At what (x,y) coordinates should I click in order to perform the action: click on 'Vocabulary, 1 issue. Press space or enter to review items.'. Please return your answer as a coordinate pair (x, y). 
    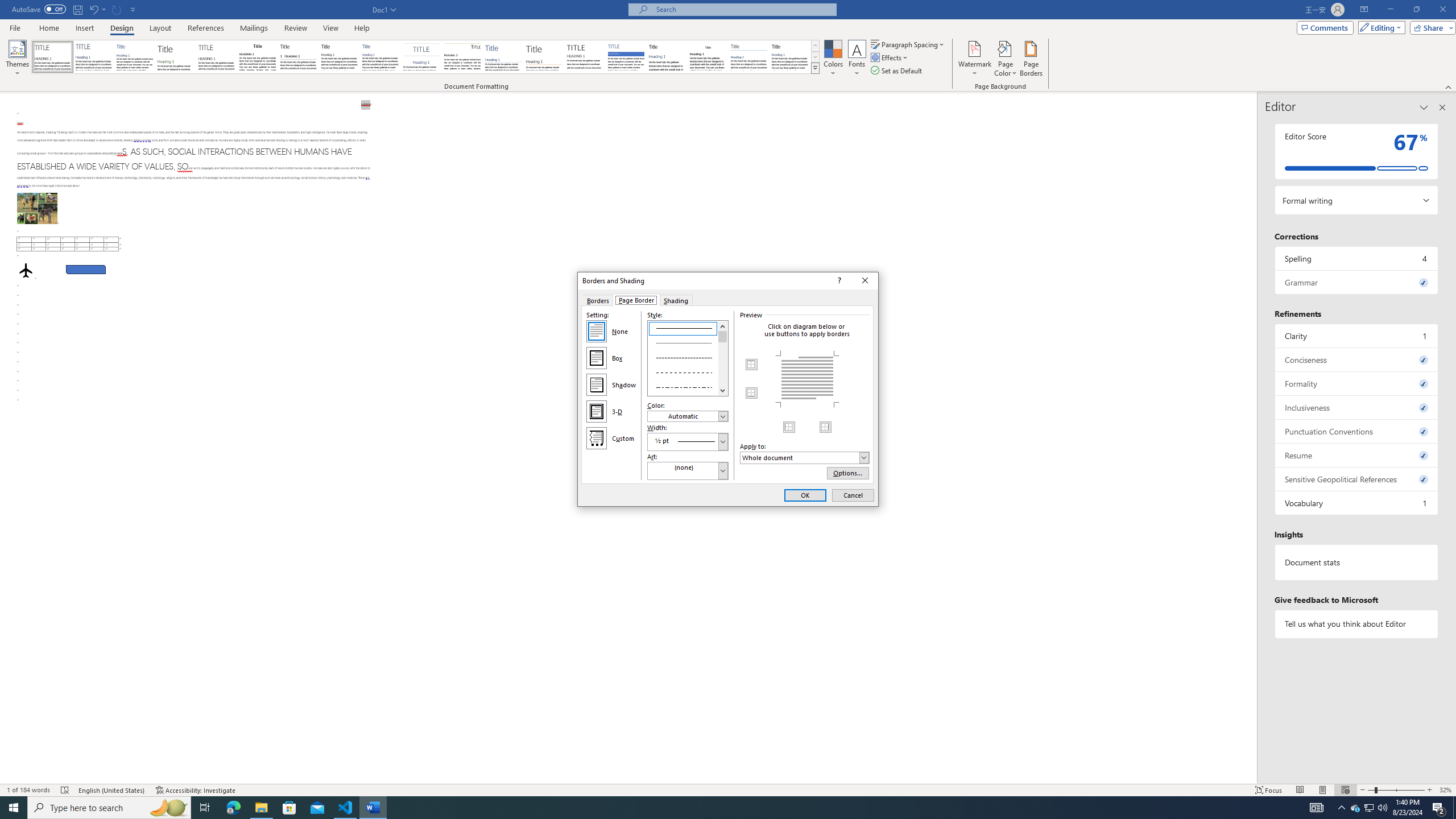
    Looking at the image, I should click on (1356, 503).